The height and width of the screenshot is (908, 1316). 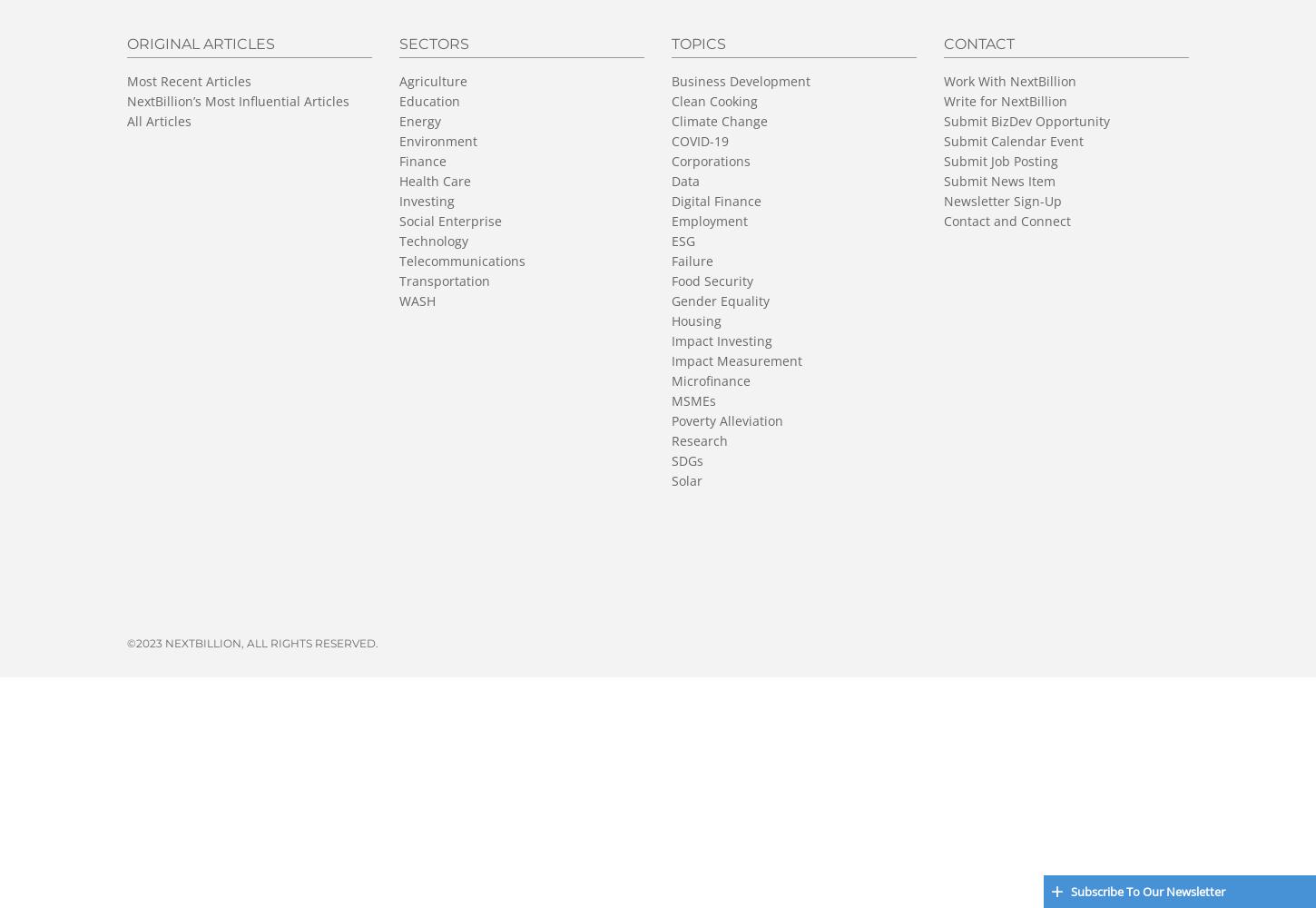 I want to click on 'Education', so click(x=428, y=99).